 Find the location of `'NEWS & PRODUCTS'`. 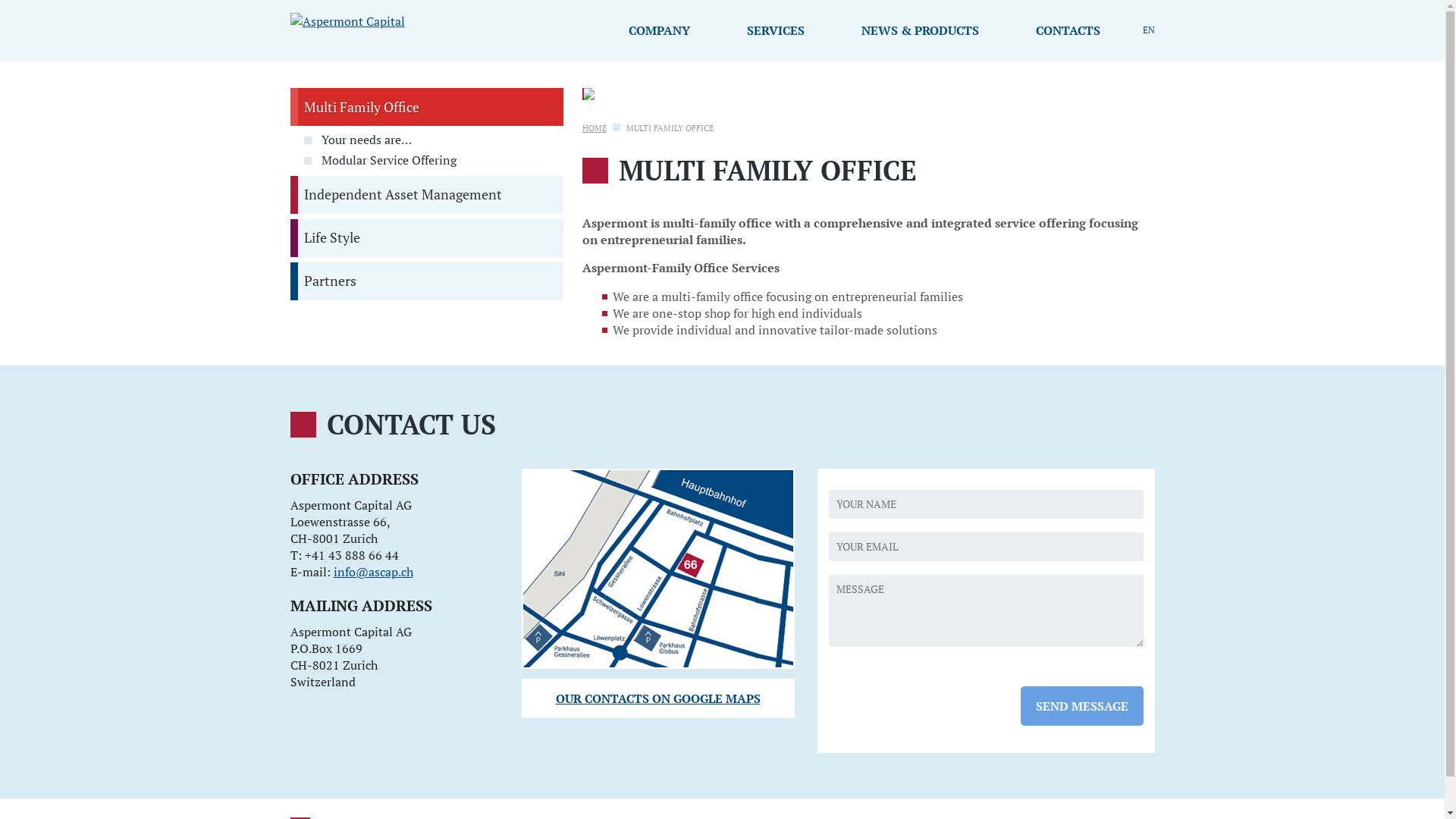

'NEWS & PRODUCTS' is located at coordinates (837, 30).